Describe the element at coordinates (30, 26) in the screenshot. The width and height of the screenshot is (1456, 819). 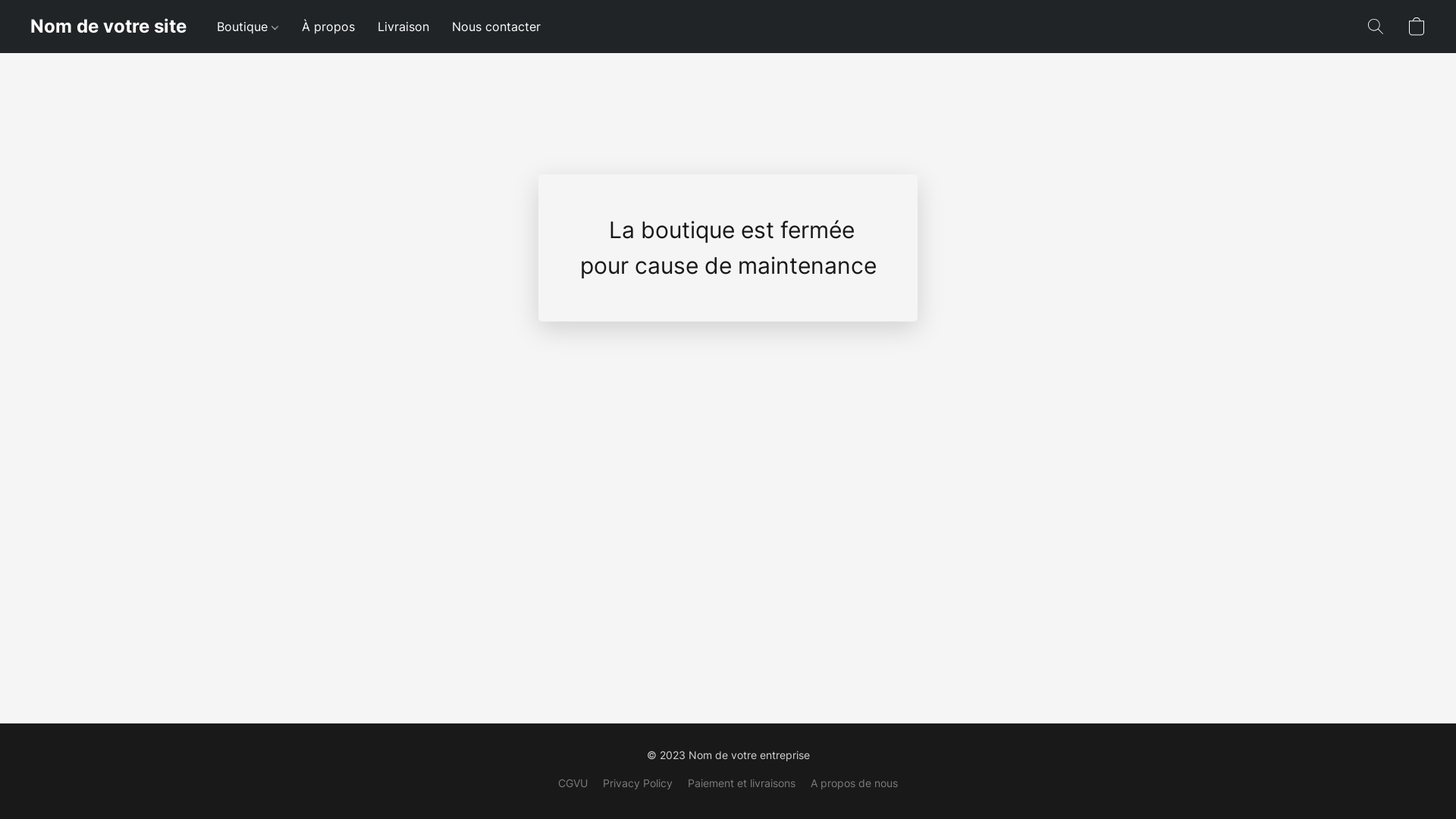
I see `'Nom de votre site'` at that location.